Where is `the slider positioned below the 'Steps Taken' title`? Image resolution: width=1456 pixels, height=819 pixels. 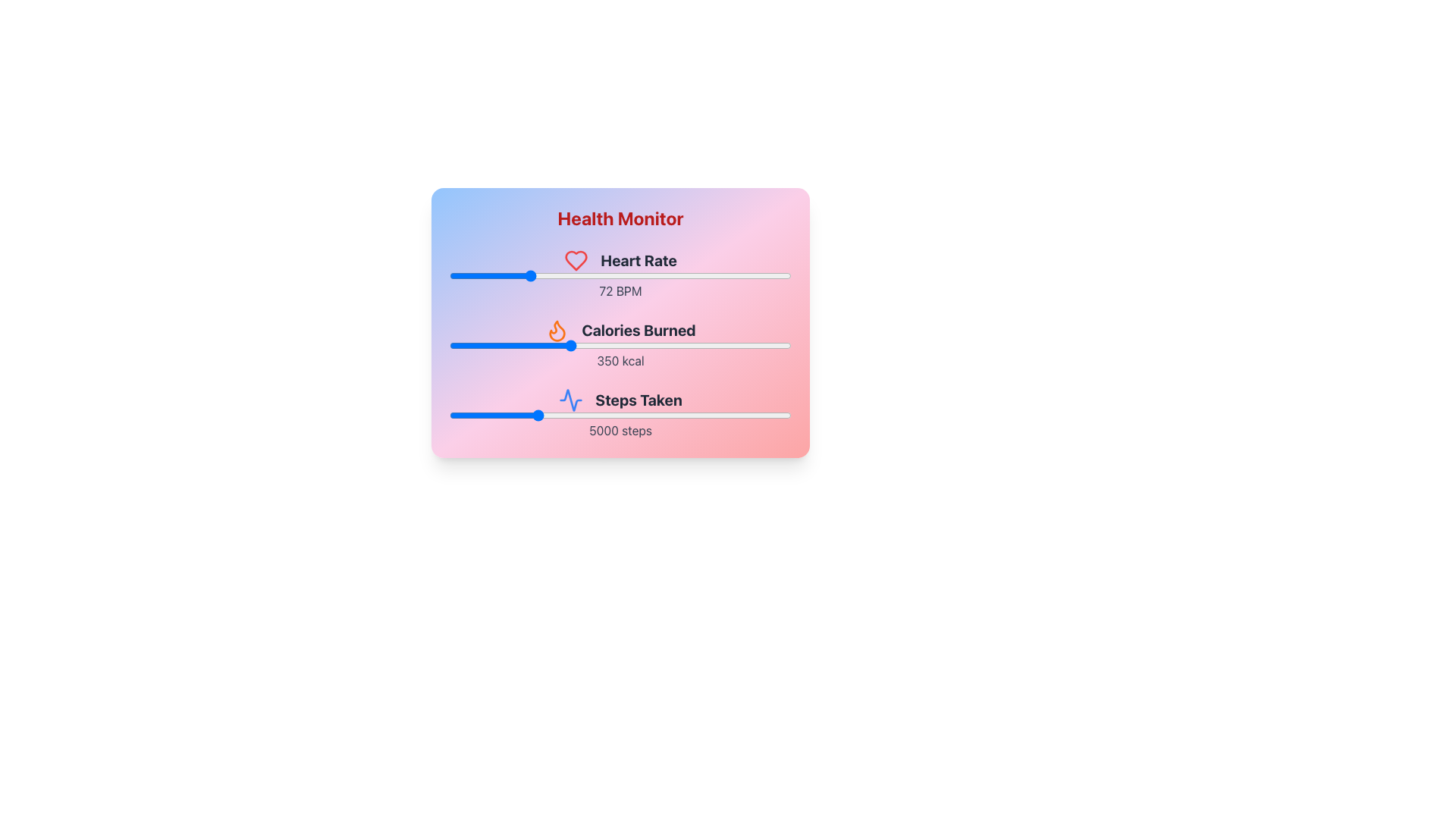 the slider positioned below the 'Steps Taken' title is located at coordinates (620, 415).